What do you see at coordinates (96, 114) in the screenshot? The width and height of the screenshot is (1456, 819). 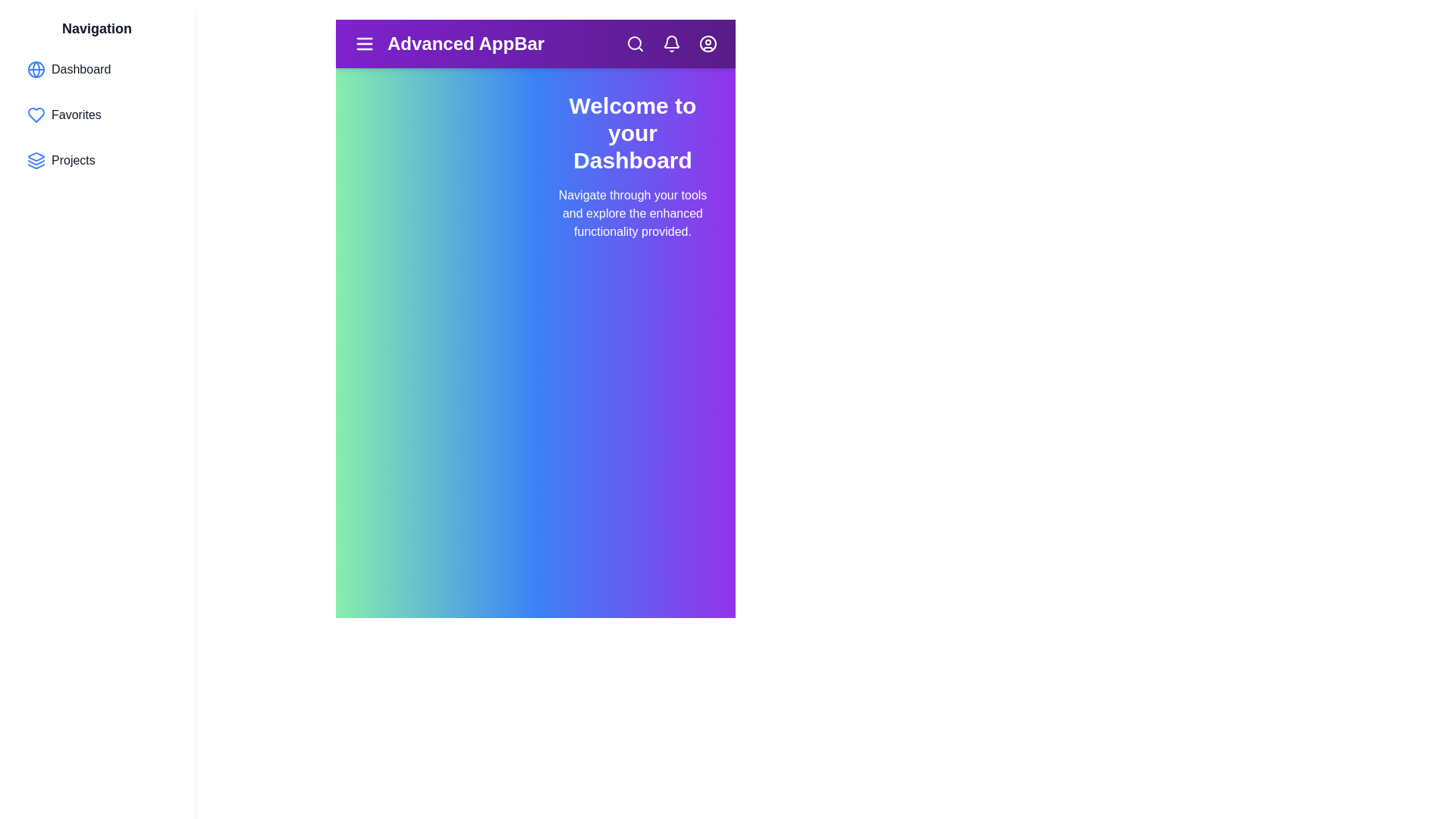 I see `the navigation item Favorites` at bounding box center [96, 114].